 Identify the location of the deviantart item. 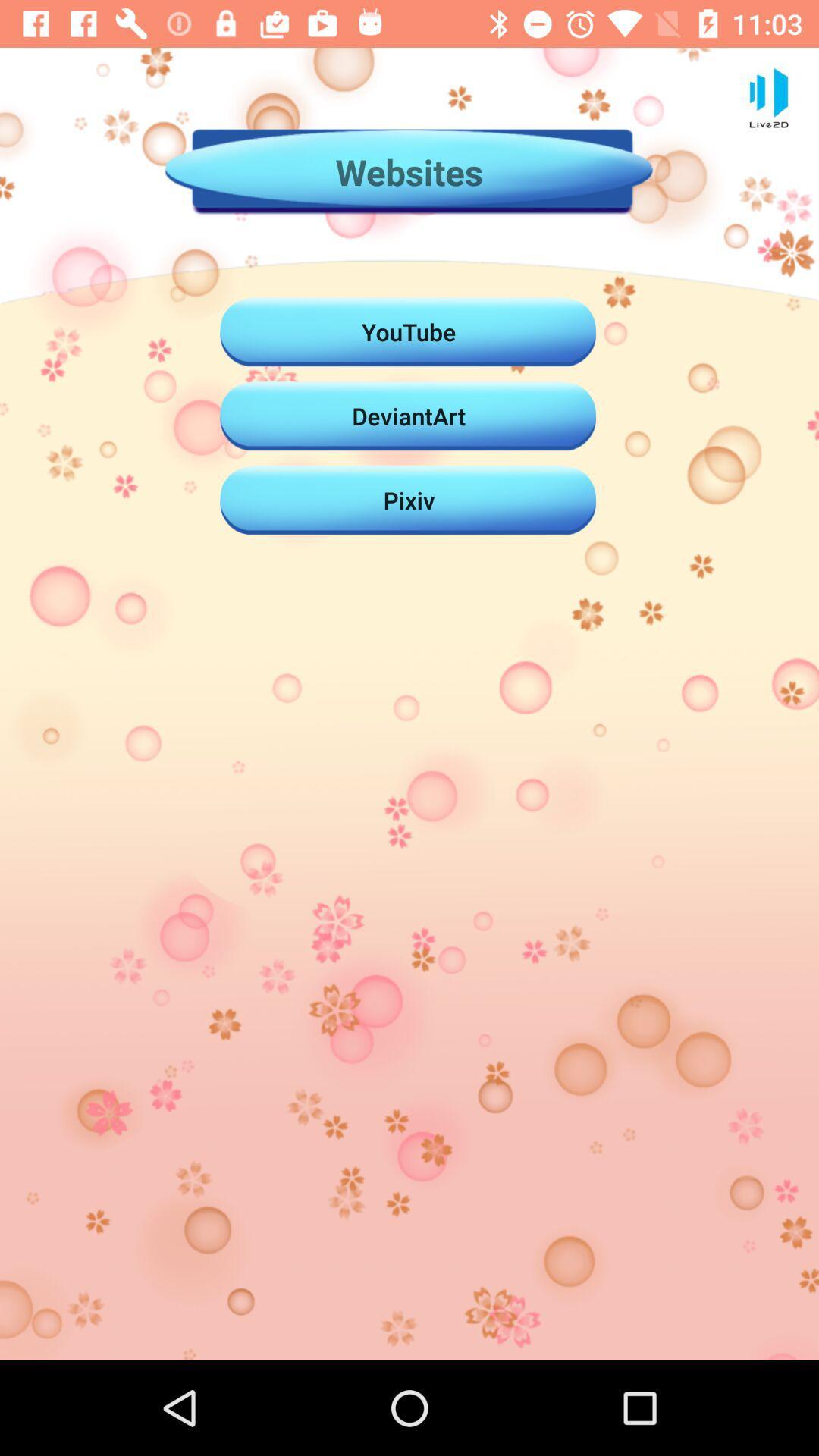
(408, 416).